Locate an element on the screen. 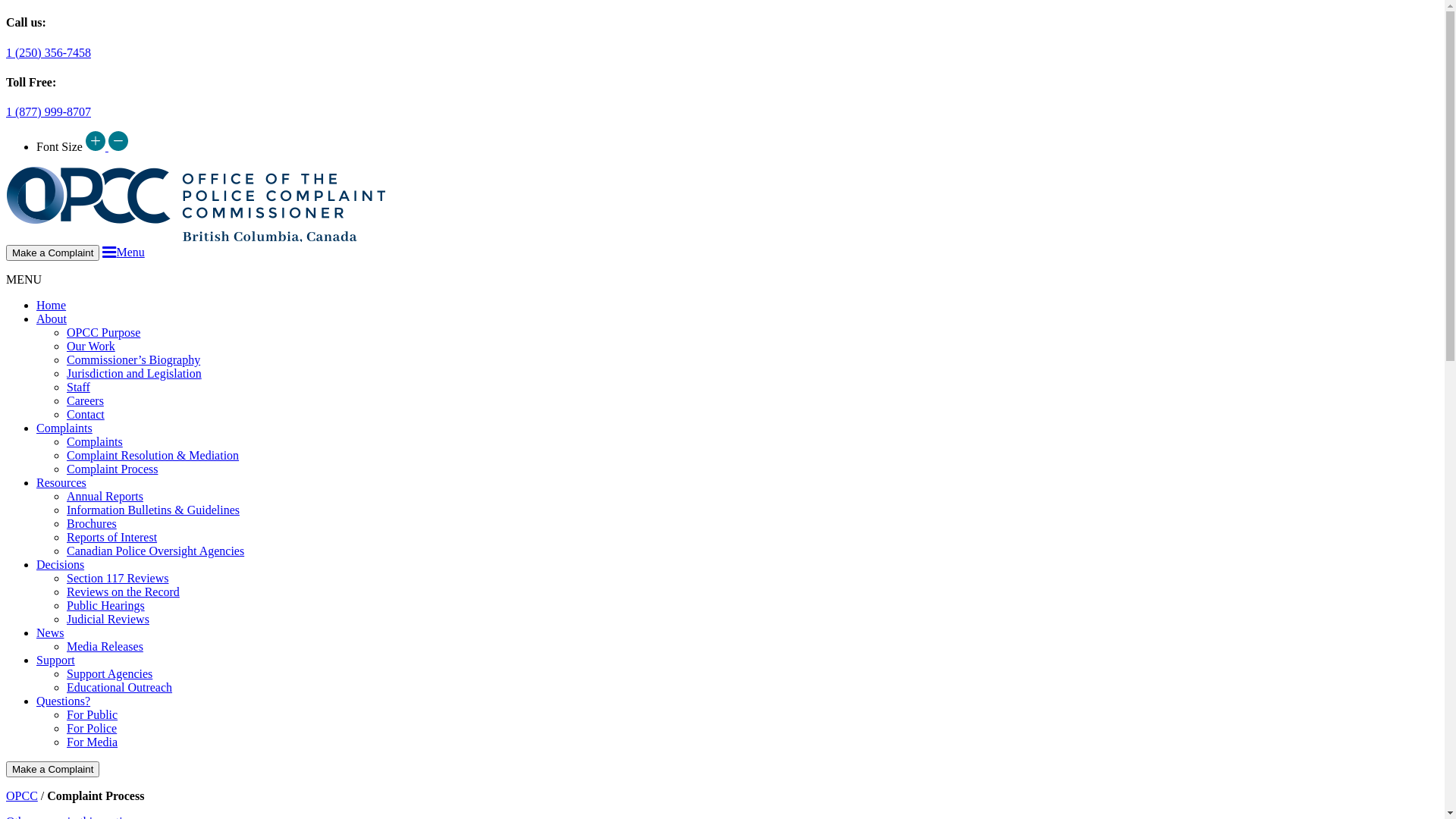 The width and height of the screenshot is (1456, 819). 'Information Bulletins & Guidelines' is located at coordinates (152, 510).